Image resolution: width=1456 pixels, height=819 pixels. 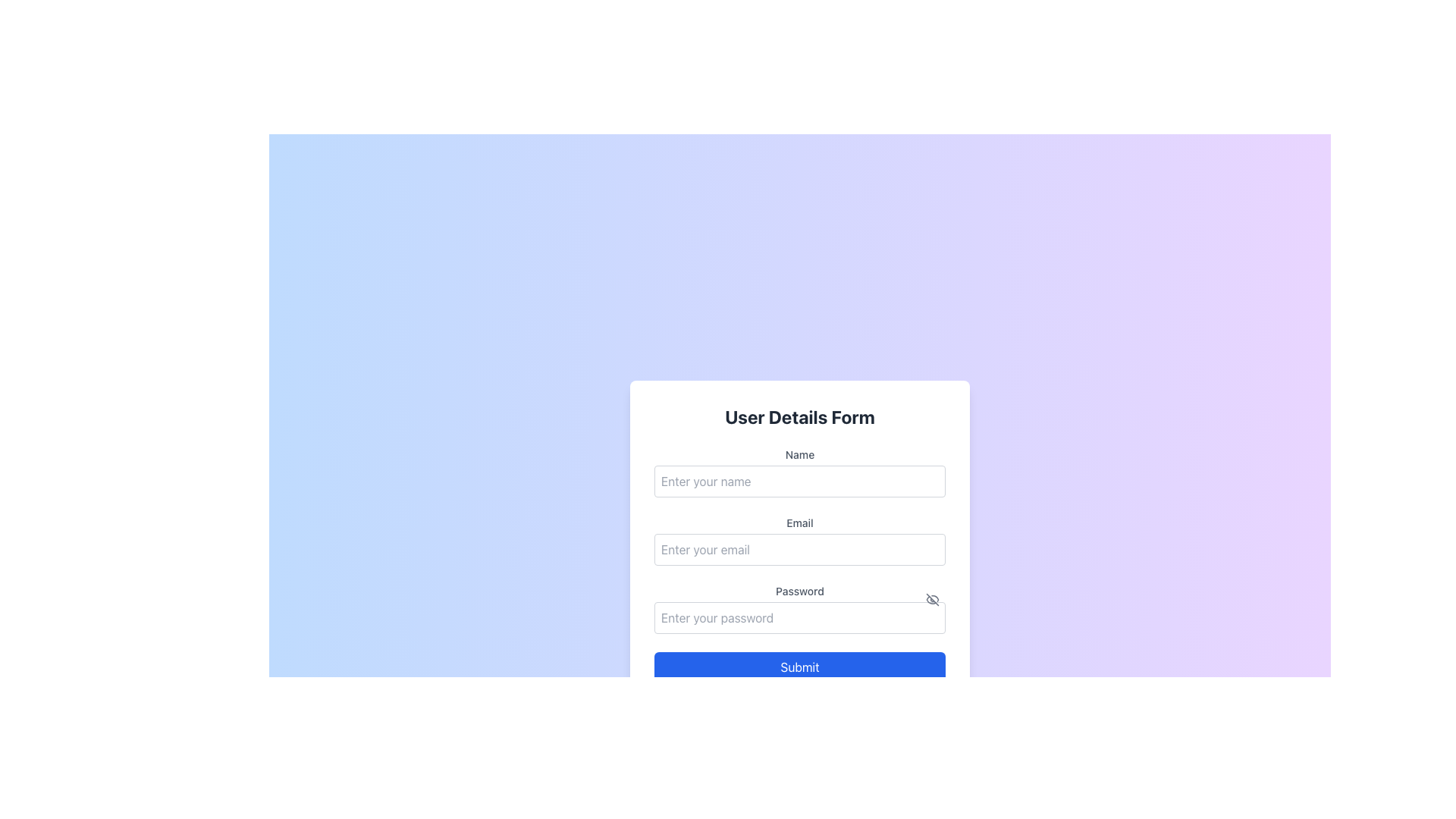 What do you see at coordinates (799, 454) in the screenshot?
I see `the text label that describes the name input field, which is located at the top of the form area, centered horizontally above the input field` at bounding box center [799, 454].